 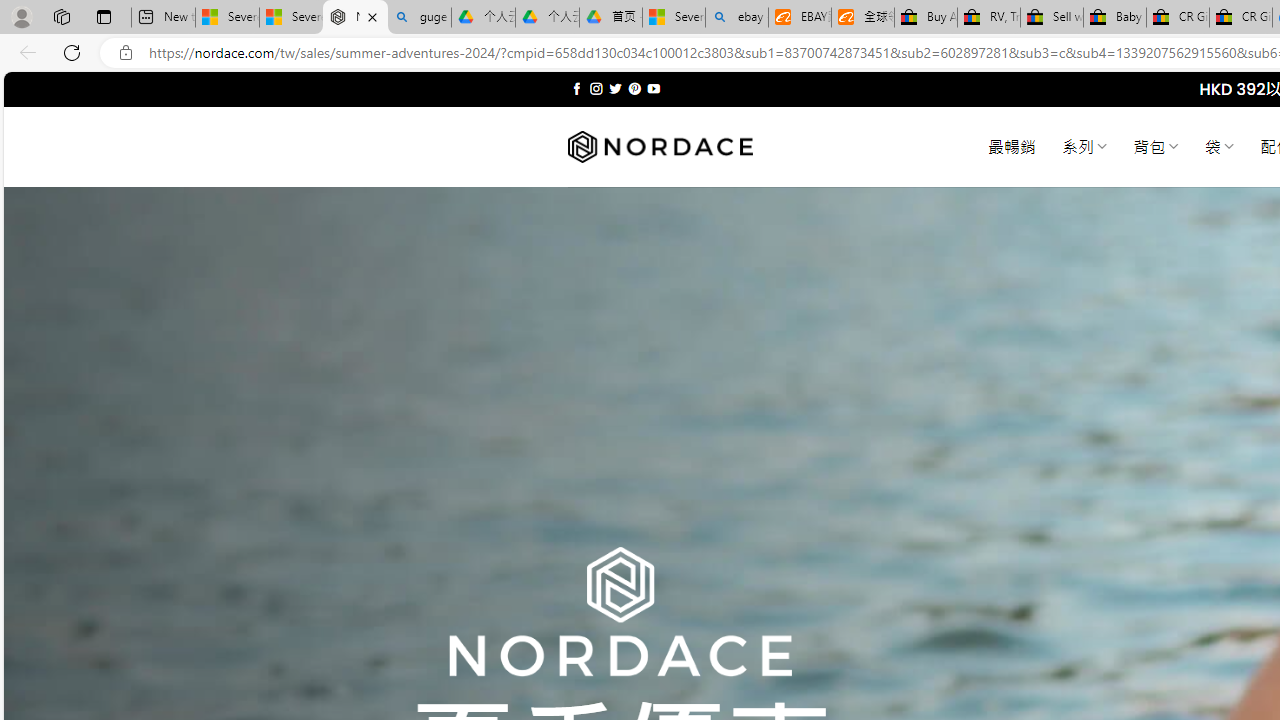 I want to click on 'ebay - Search', so click(x=736, y=17).